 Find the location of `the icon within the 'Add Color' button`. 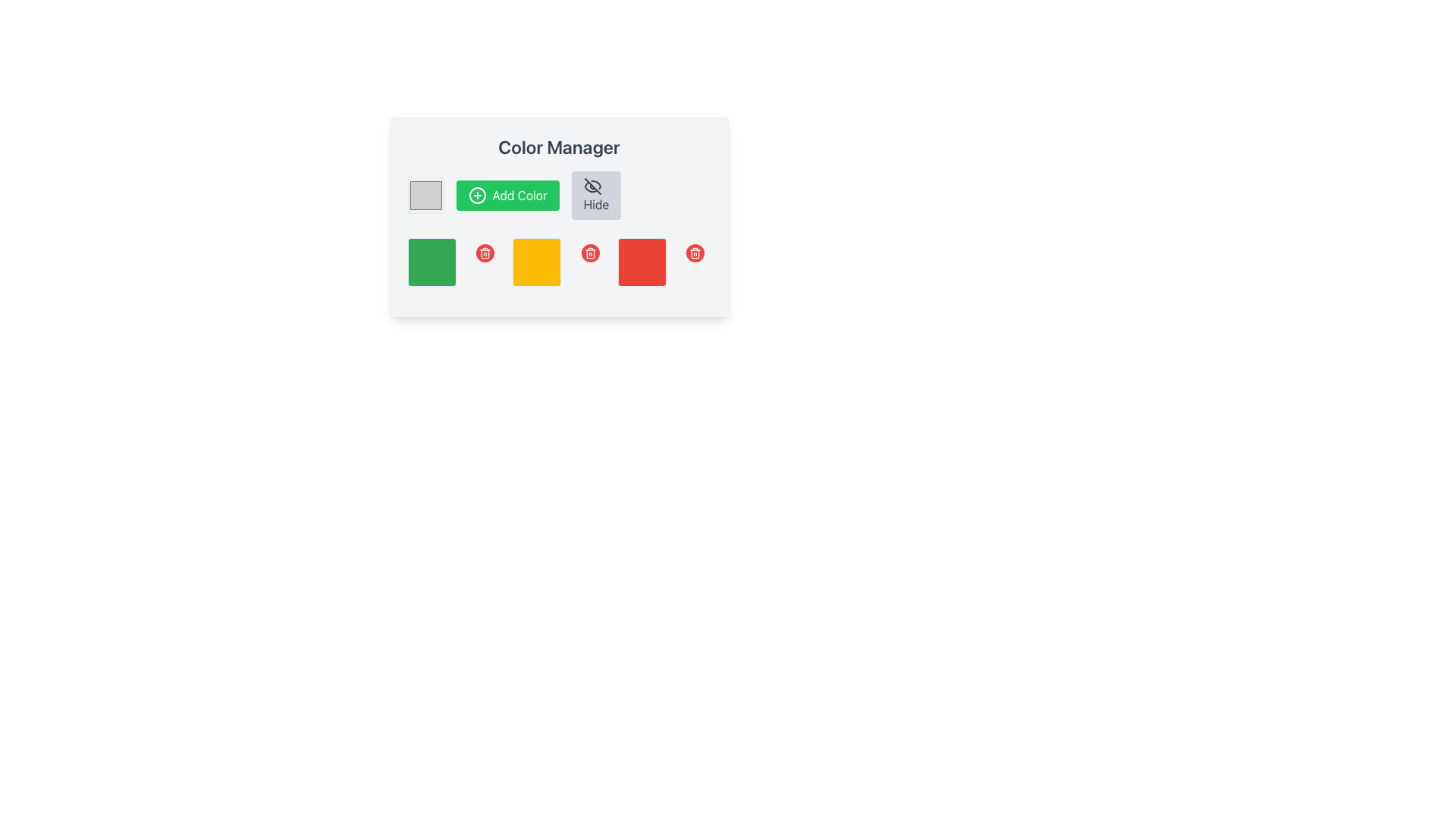

the icon within the 'Add Color' button is located at coordinates (476, 195).